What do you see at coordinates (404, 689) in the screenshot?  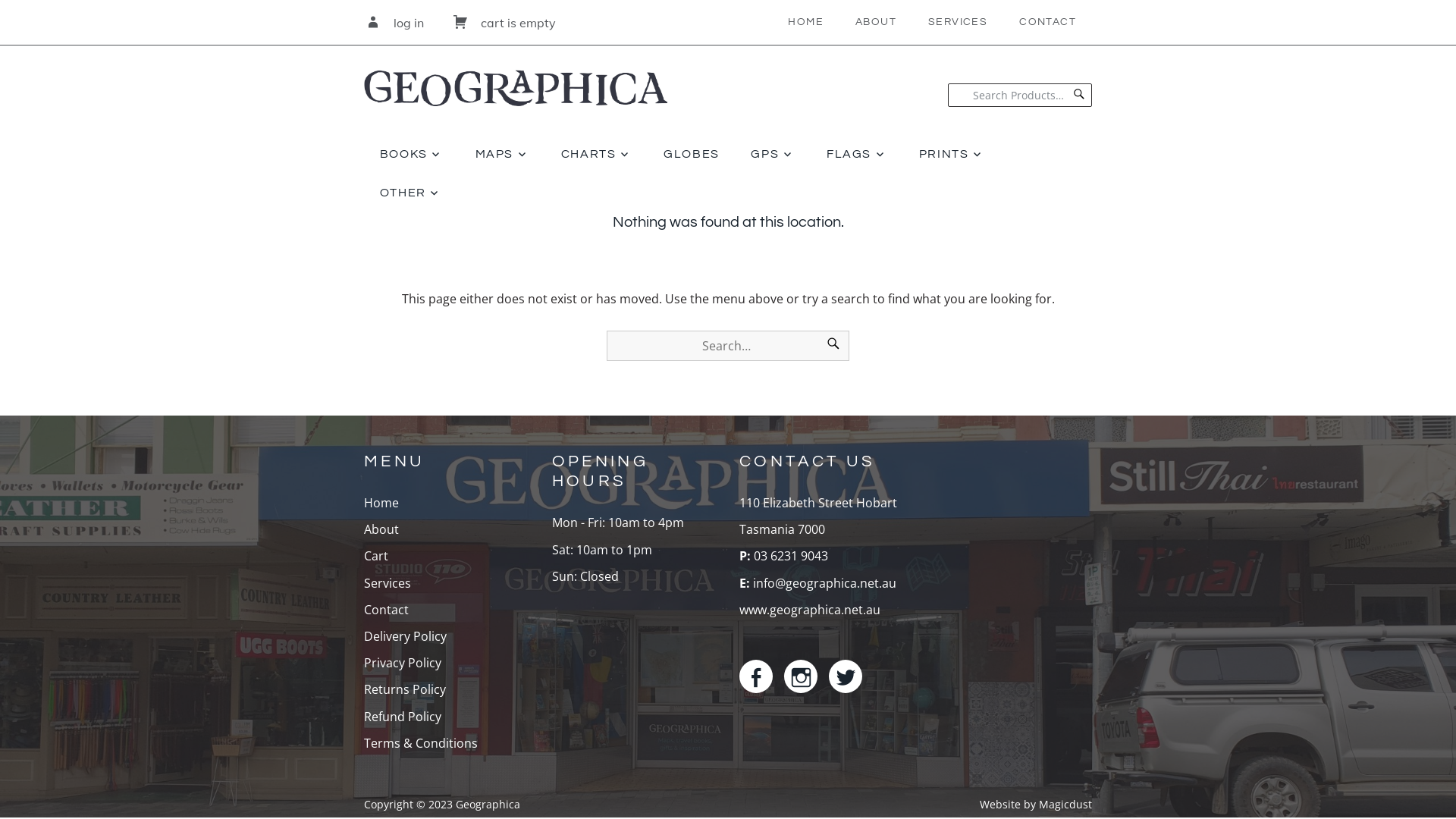 I see `'Returns Policy'` at bounding box center [404, 689].